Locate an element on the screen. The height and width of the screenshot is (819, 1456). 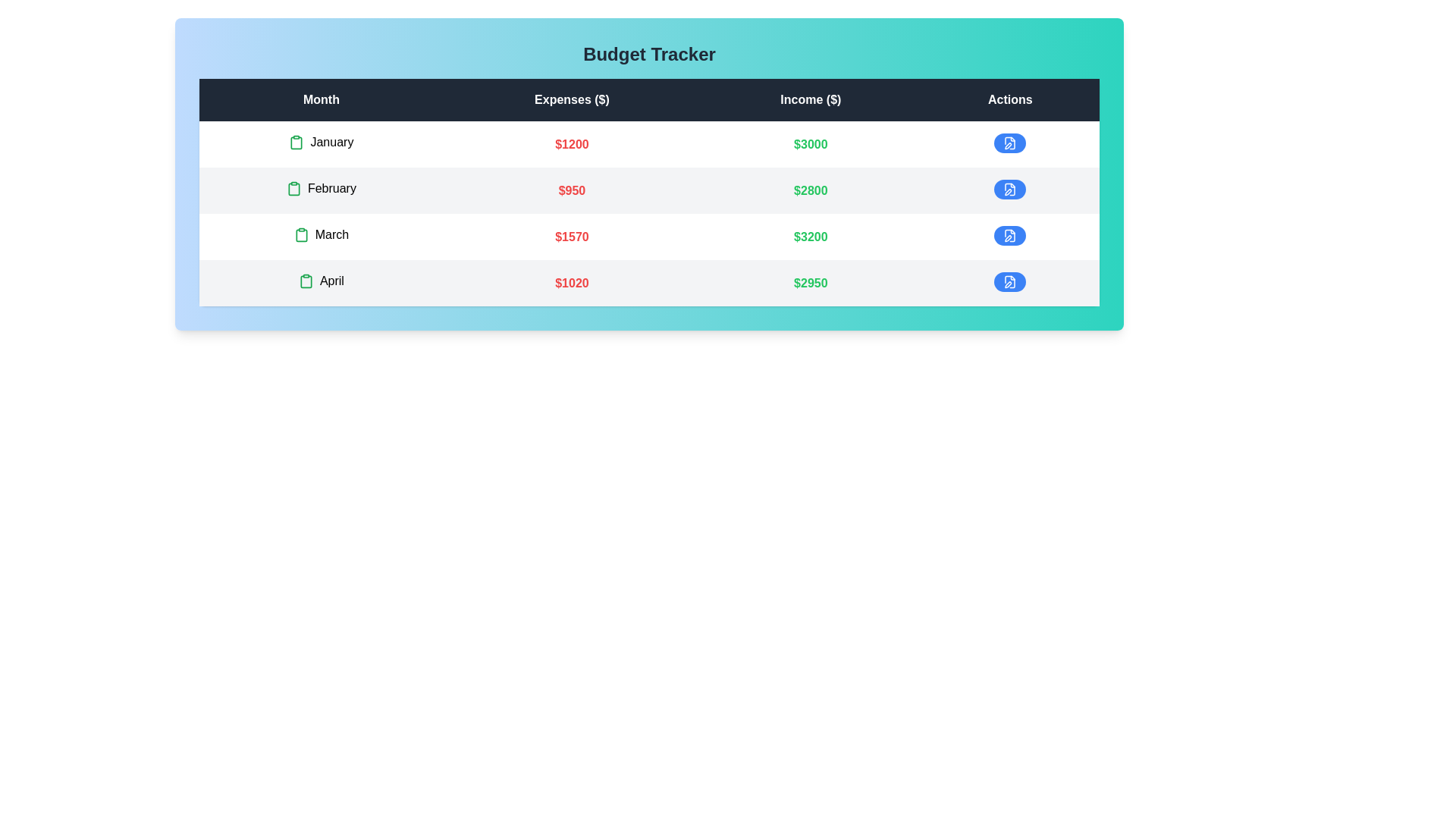
action button for the January row is located at coordinates (1009, 143).